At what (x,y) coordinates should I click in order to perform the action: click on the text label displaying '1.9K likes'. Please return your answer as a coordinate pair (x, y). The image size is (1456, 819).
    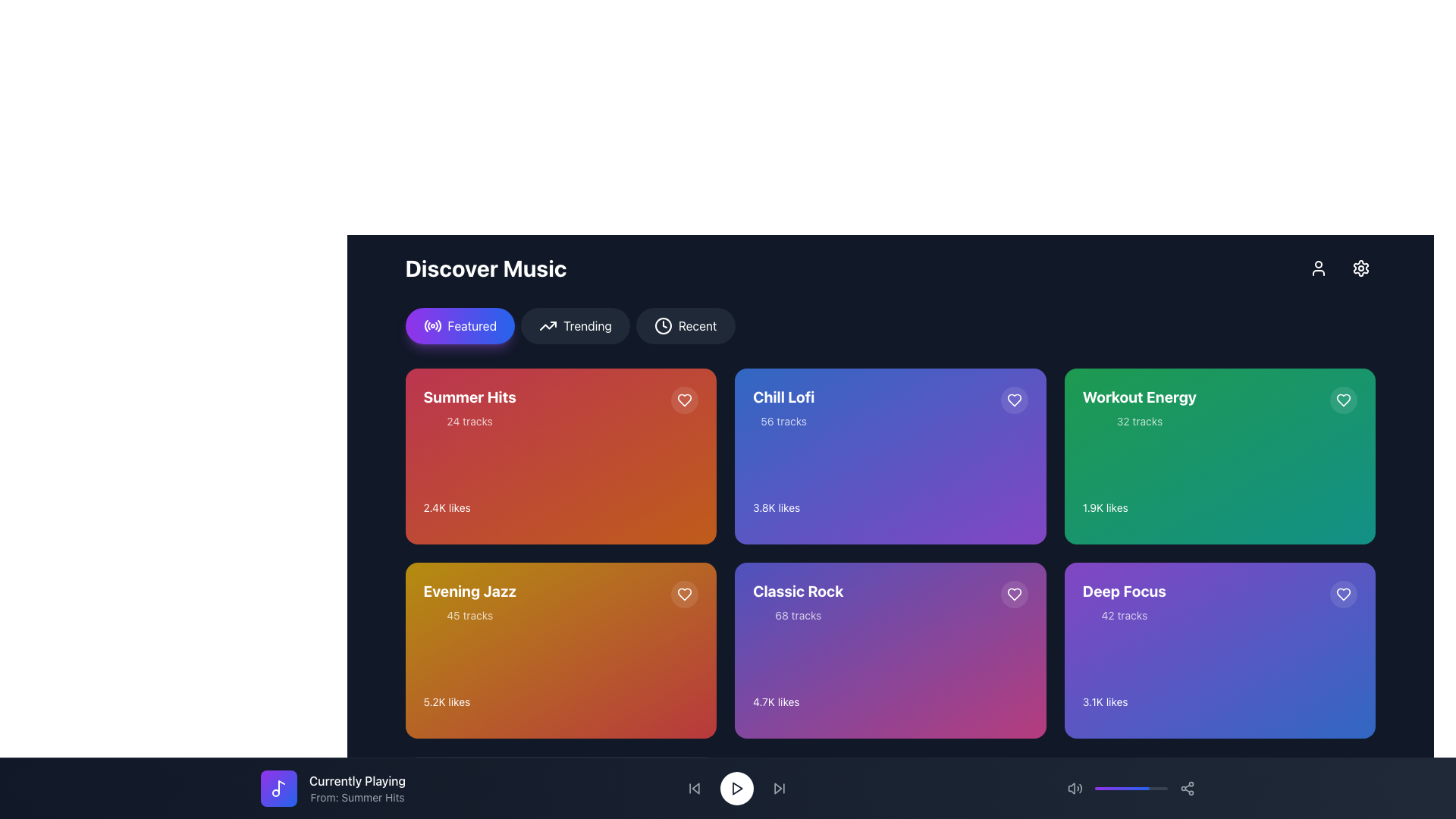
    Looking at the image, I should click on (1105, 508).